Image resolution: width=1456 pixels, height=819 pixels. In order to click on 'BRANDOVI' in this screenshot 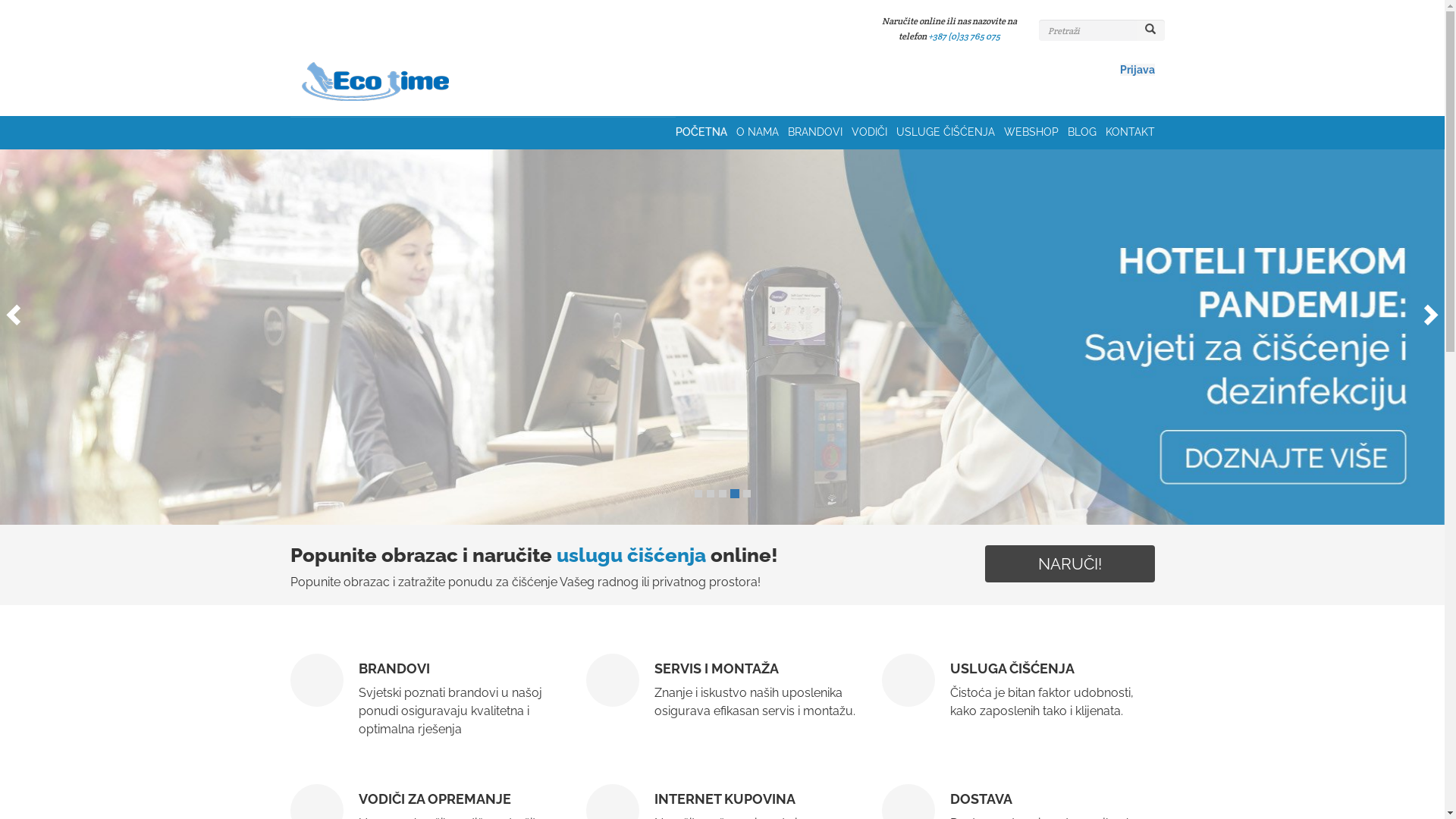, I will do `click(818, 131)`.